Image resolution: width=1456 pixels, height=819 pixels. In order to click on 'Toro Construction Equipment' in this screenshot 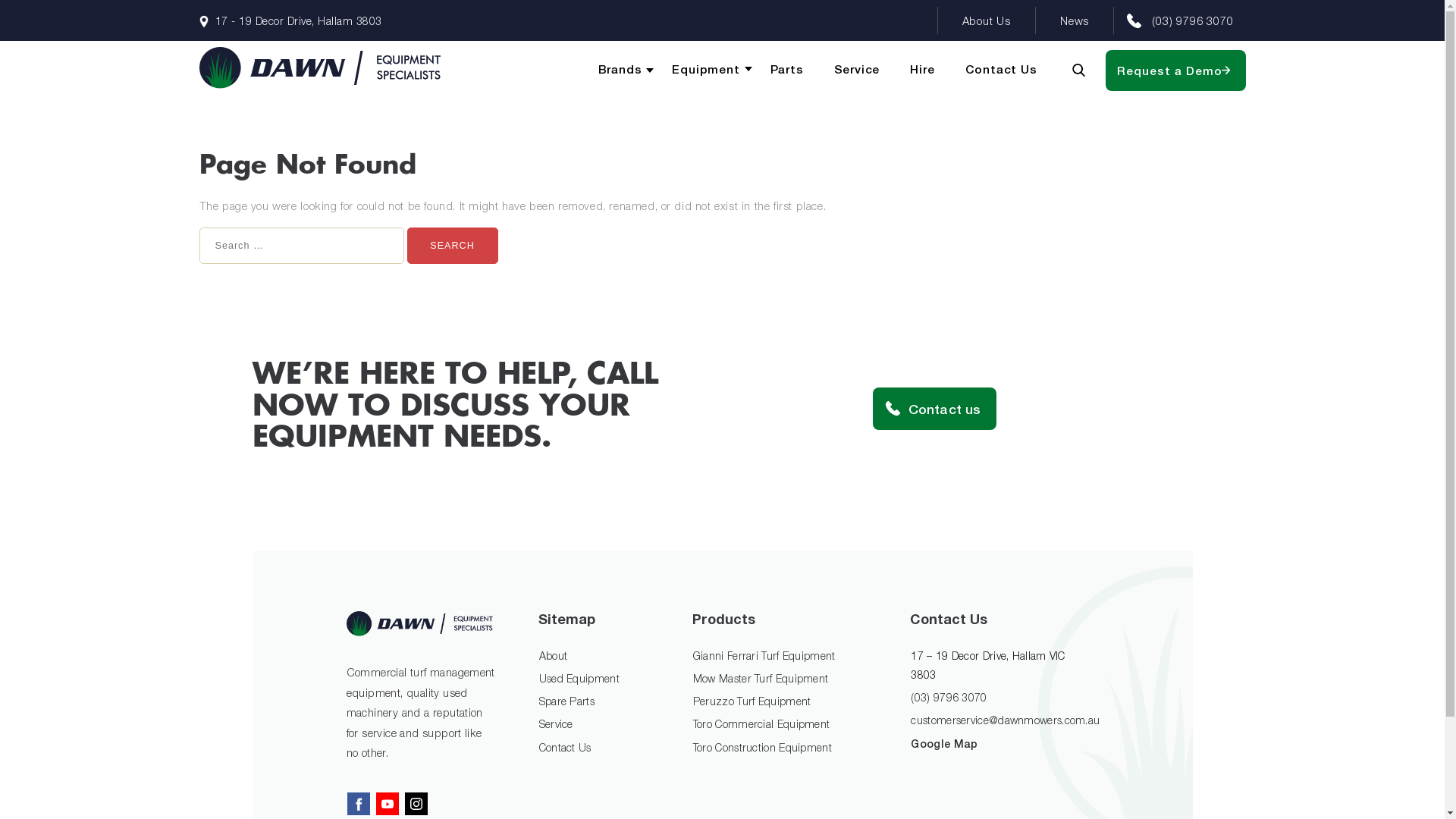, I will do `click(762, 746)`.